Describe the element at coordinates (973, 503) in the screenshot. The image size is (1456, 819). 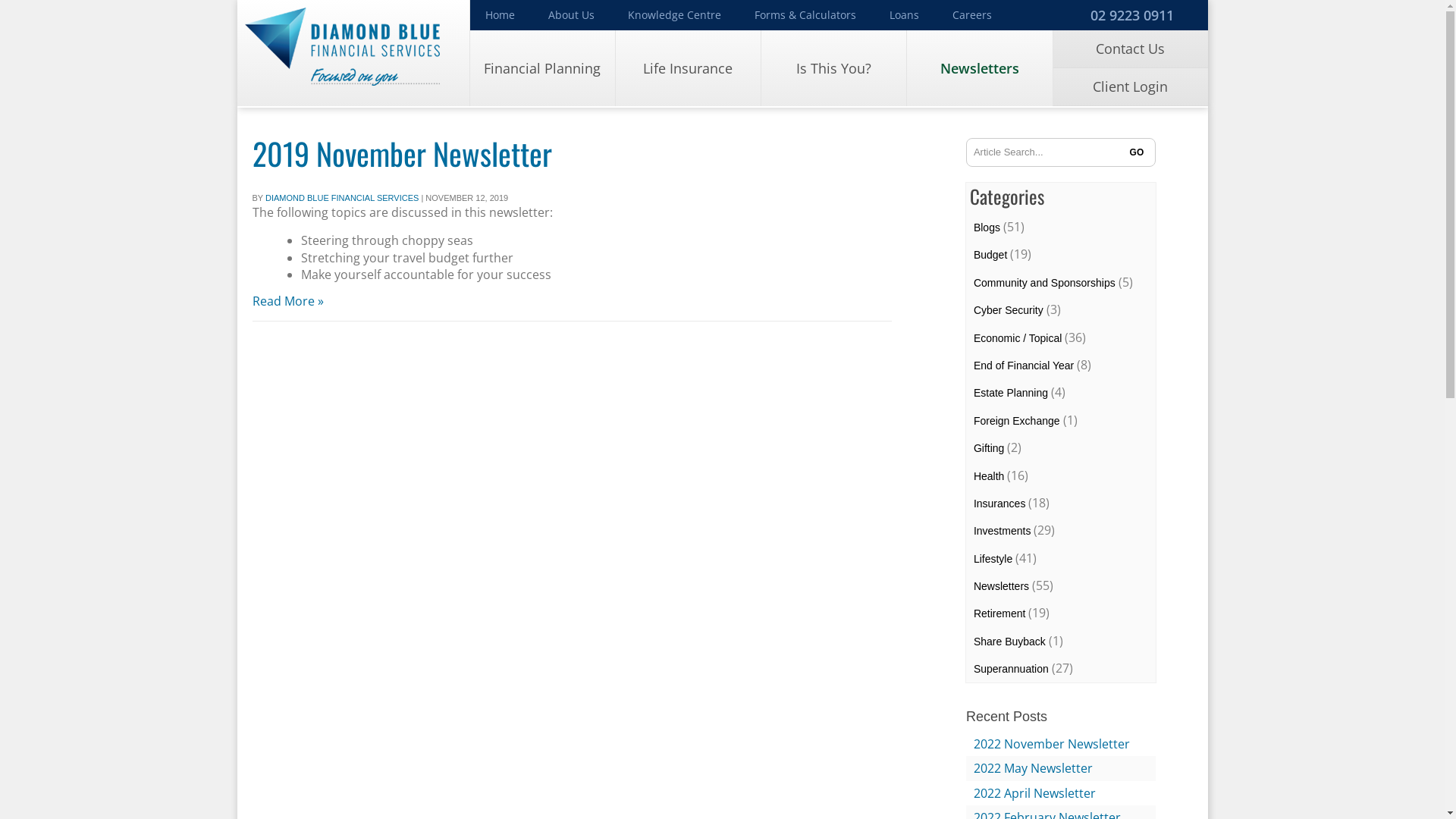
I see `'Insurances'` at that location.